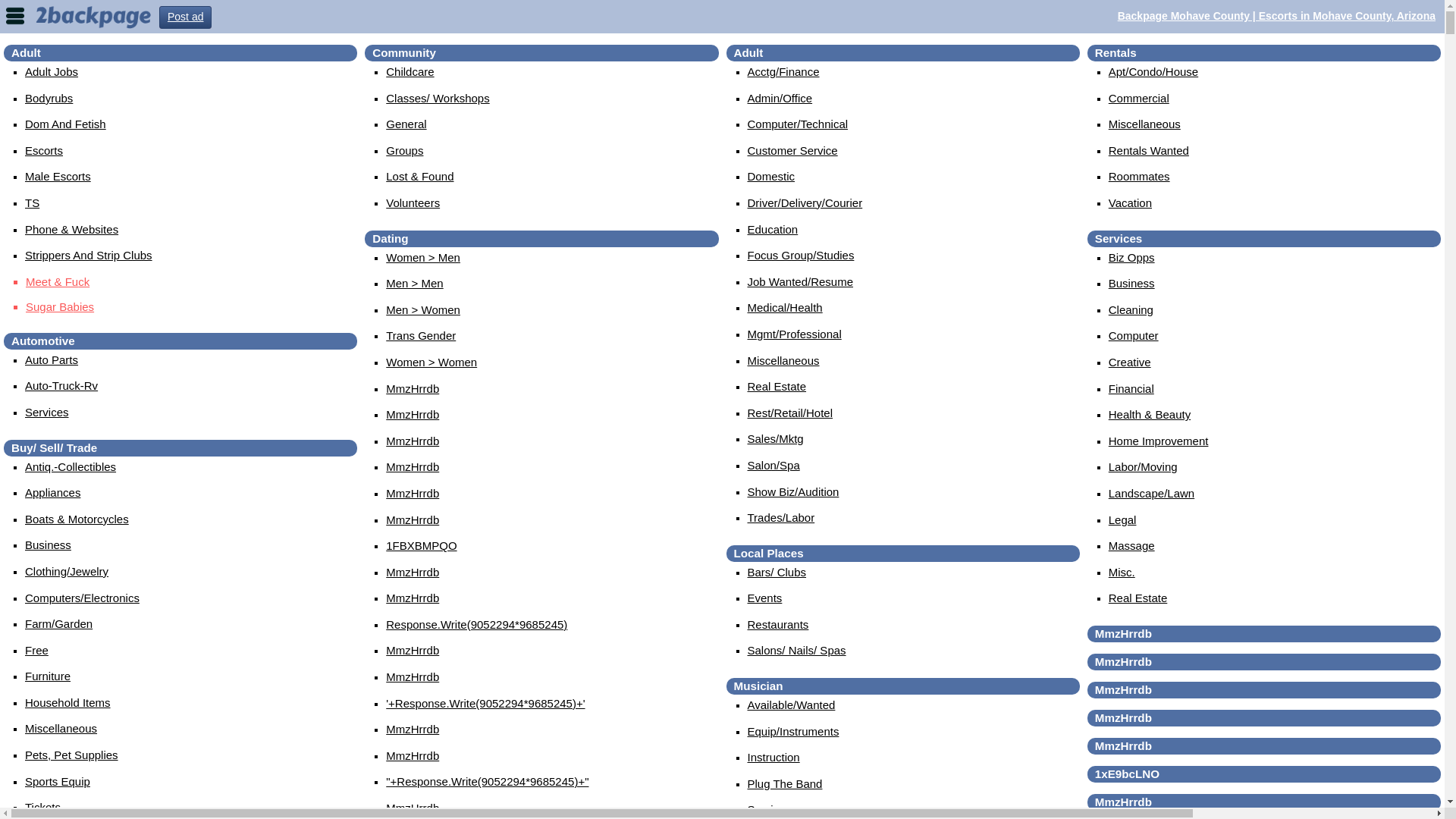 The image size is (1456, 819). I want to click on 'Medical/Health', so click(785, 307).